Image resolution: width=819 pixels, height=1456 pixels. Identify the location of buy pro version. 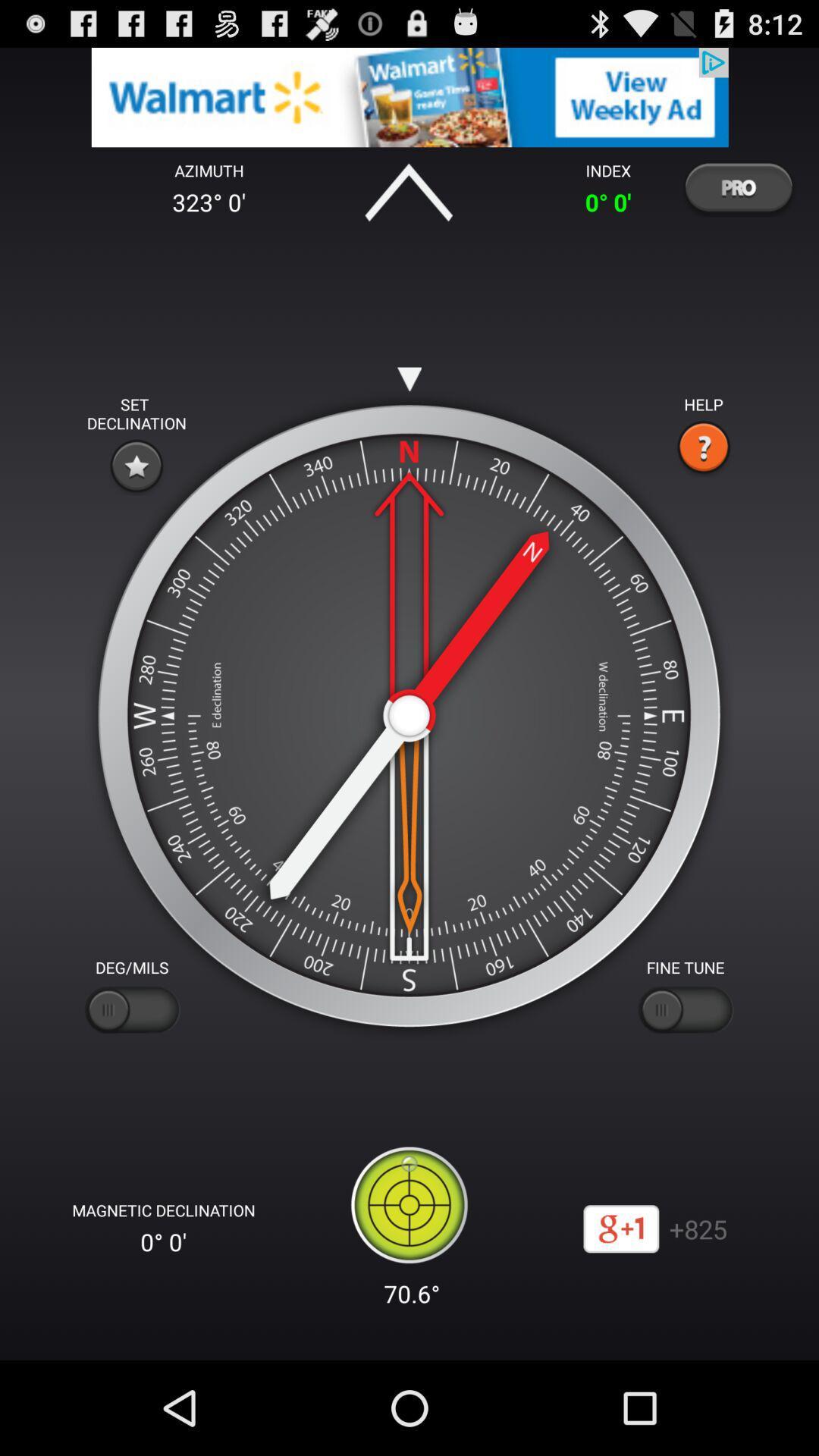
(737, 187).